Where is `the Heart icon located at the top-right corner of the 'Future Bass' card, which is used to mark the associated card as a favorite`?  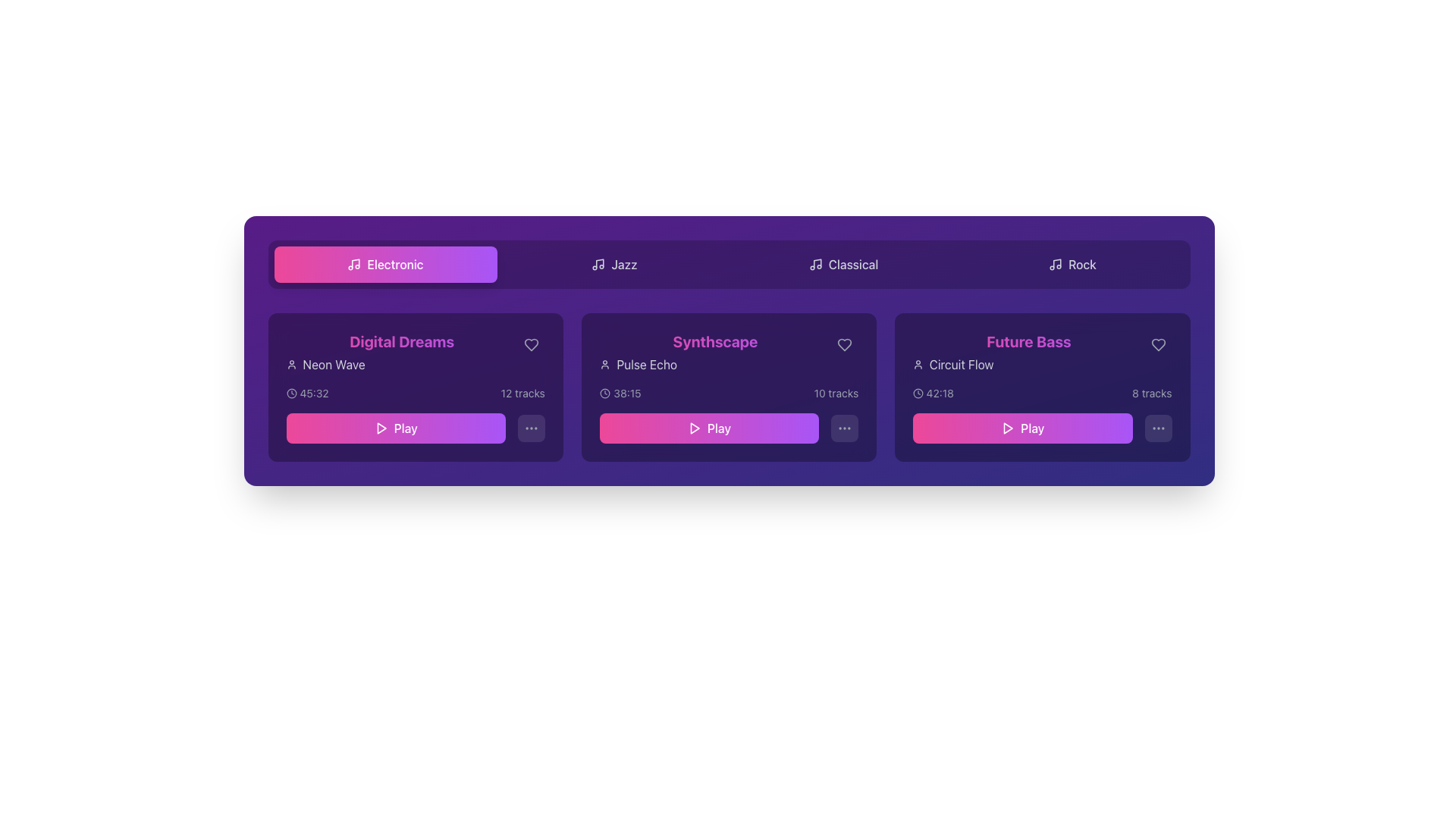
the Heart icon located at the top-right corner of the 'Future Bass' card, which is used to mark the associated card as a favorite is located at coordinates (1157, 345).